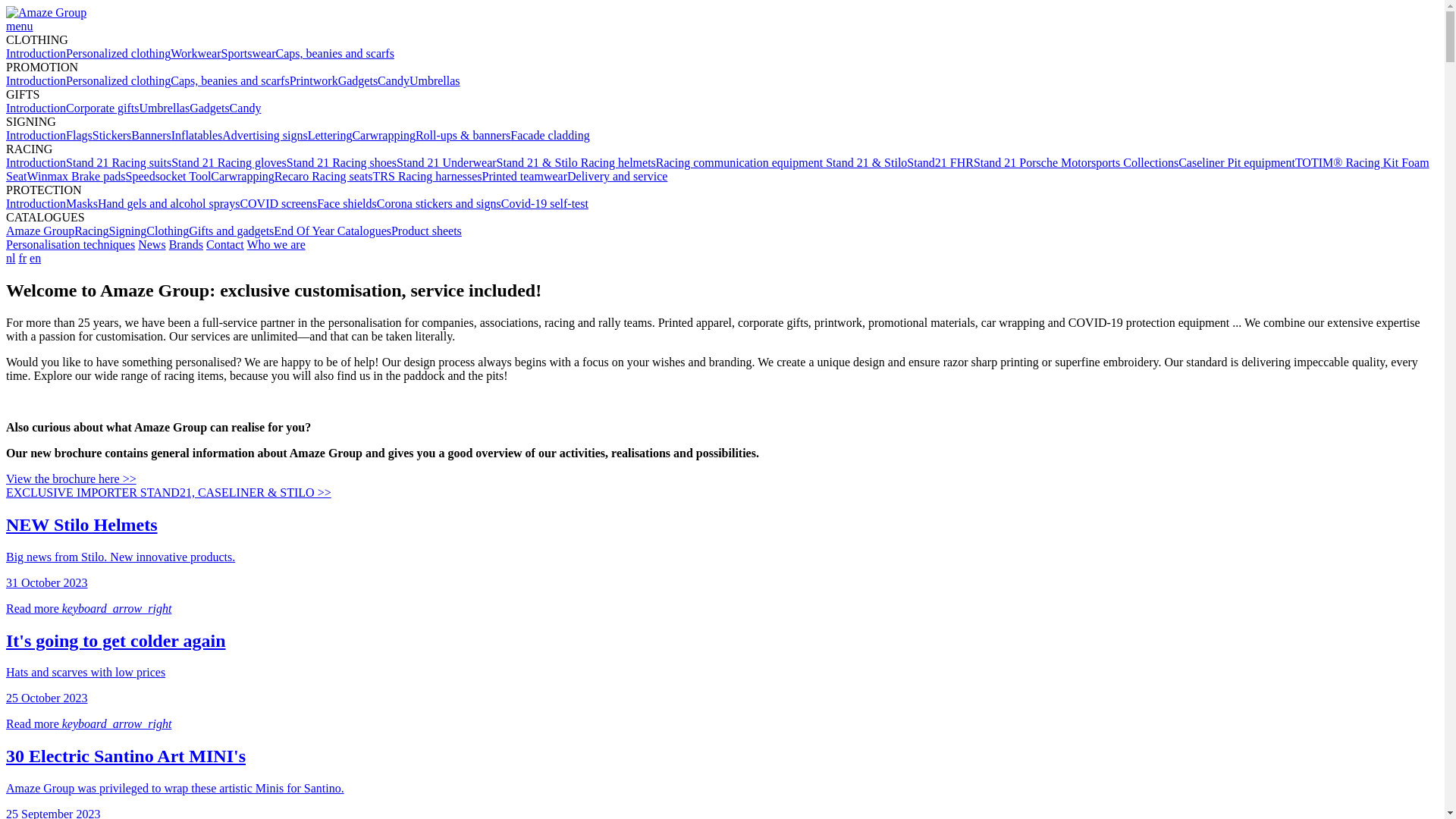 This screenshot has width=1456, height=819. What do you see at coordinates (111, 134) in the screenshot?
I see `'Stickers'` at bounding box center [111, 134].